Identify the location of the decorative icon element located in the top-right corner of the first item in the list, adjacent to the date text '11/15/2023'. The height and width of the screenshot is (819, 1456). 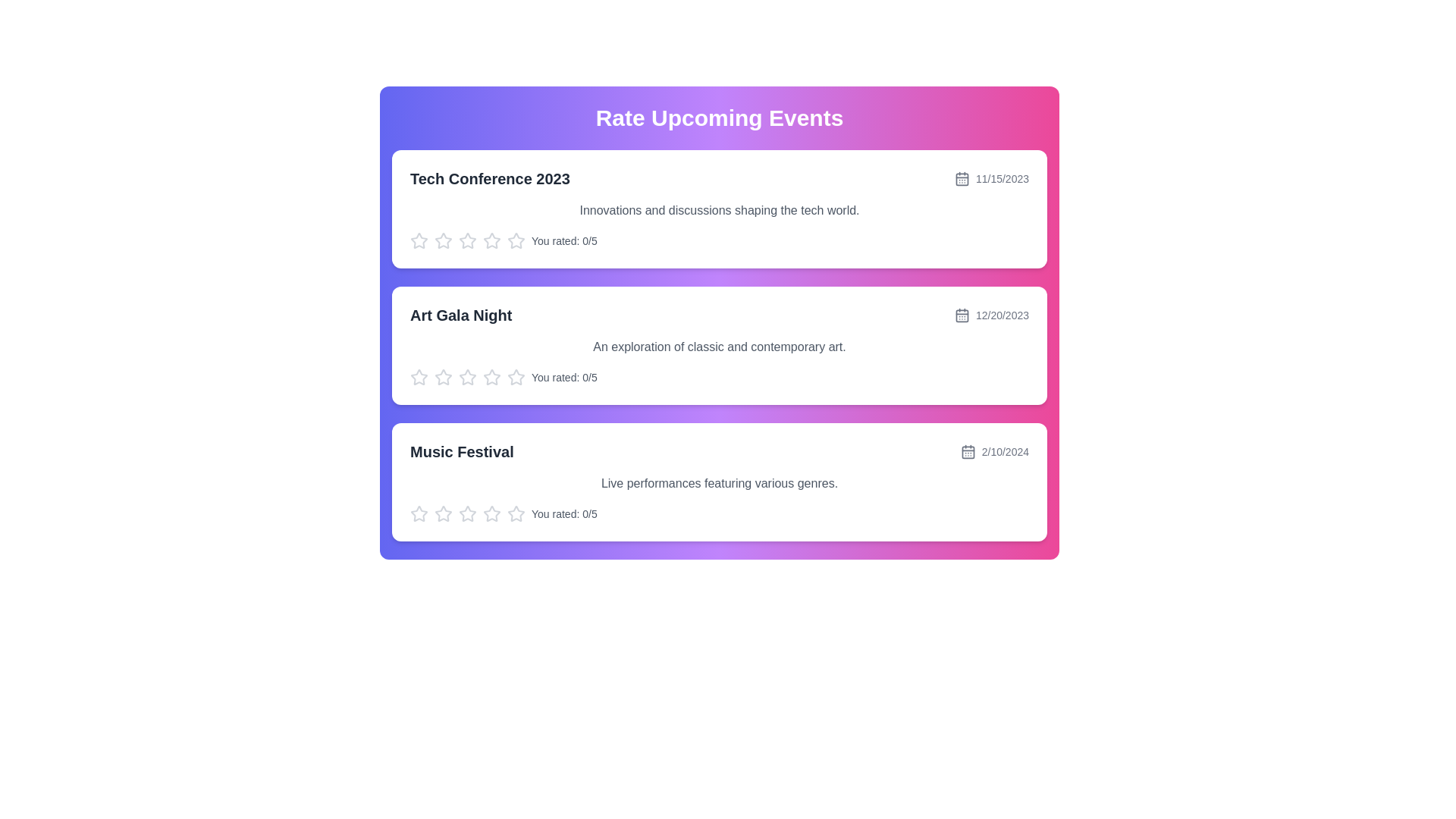
(961, 178).